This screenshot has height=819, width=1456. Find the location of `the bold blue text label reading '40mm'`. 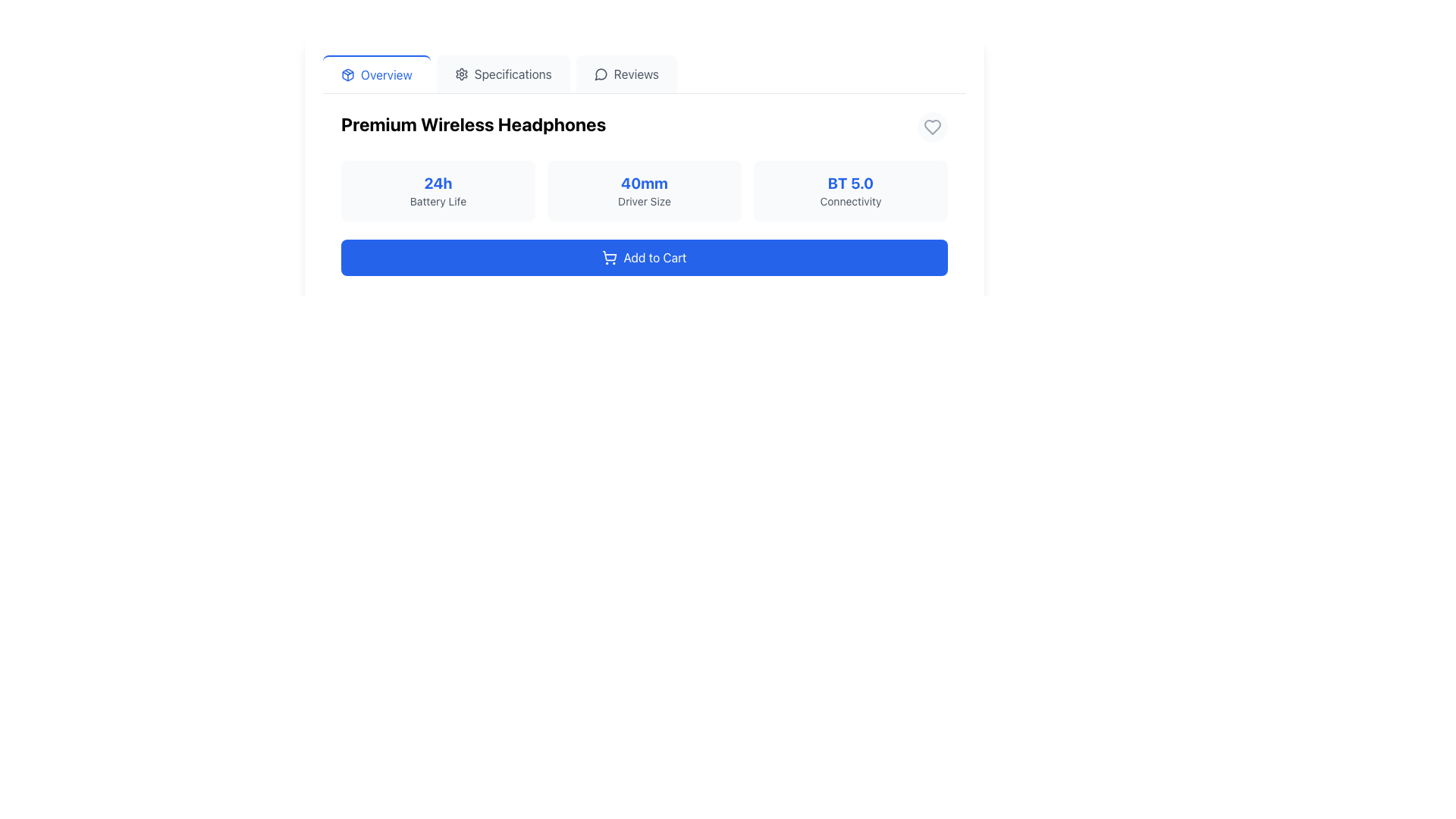

the bold blue text label reading '40mm' is located at coordinates (644, 183).